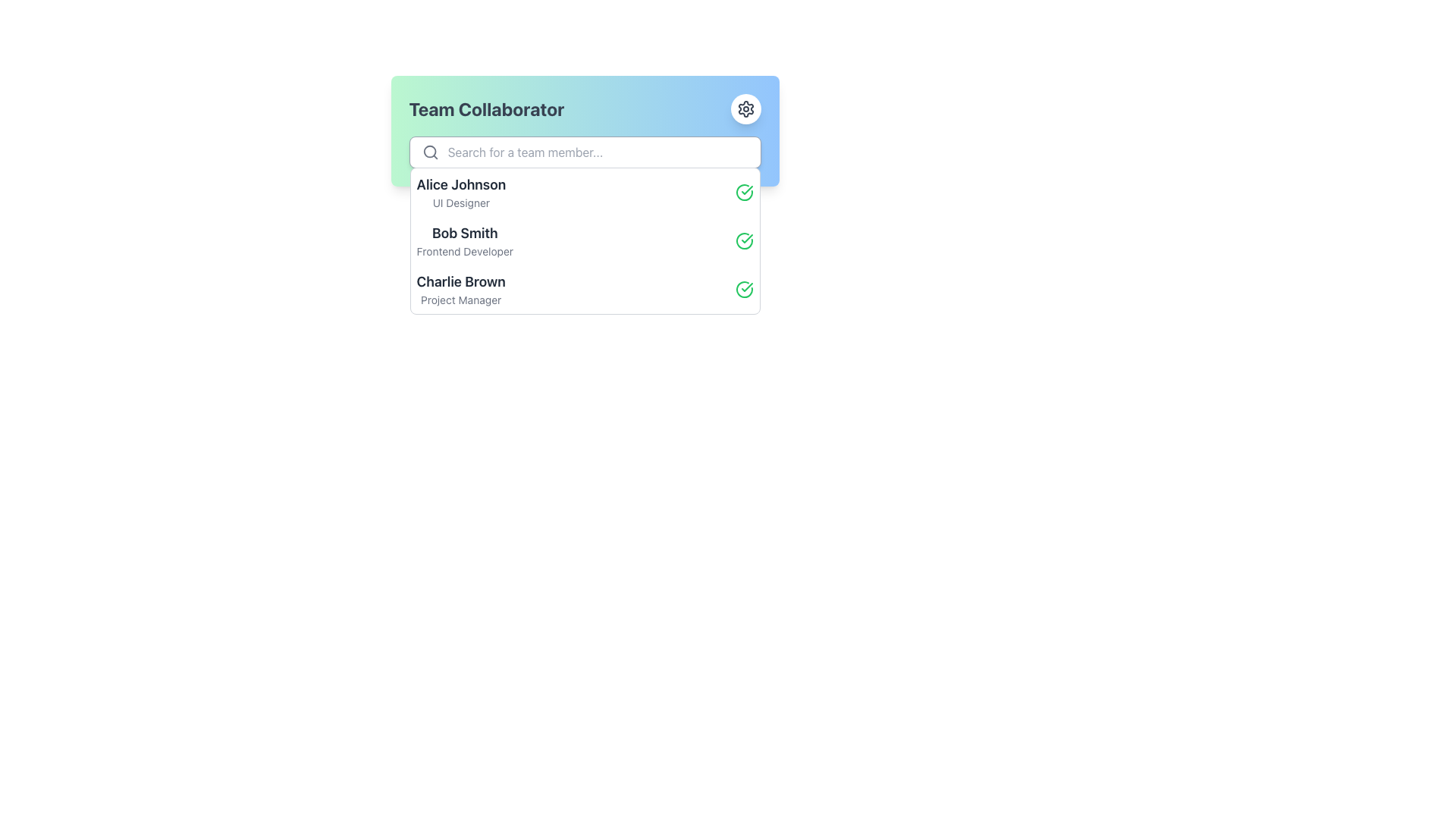 Image resolution: width=1456 pixels, height=819 pixels. Describe the element at coordinates (464, 240) in the screenshot. I see `the contact information field displaying the team member's name and role, located in the second position under the list title 'Team Collaborator'` at that location.